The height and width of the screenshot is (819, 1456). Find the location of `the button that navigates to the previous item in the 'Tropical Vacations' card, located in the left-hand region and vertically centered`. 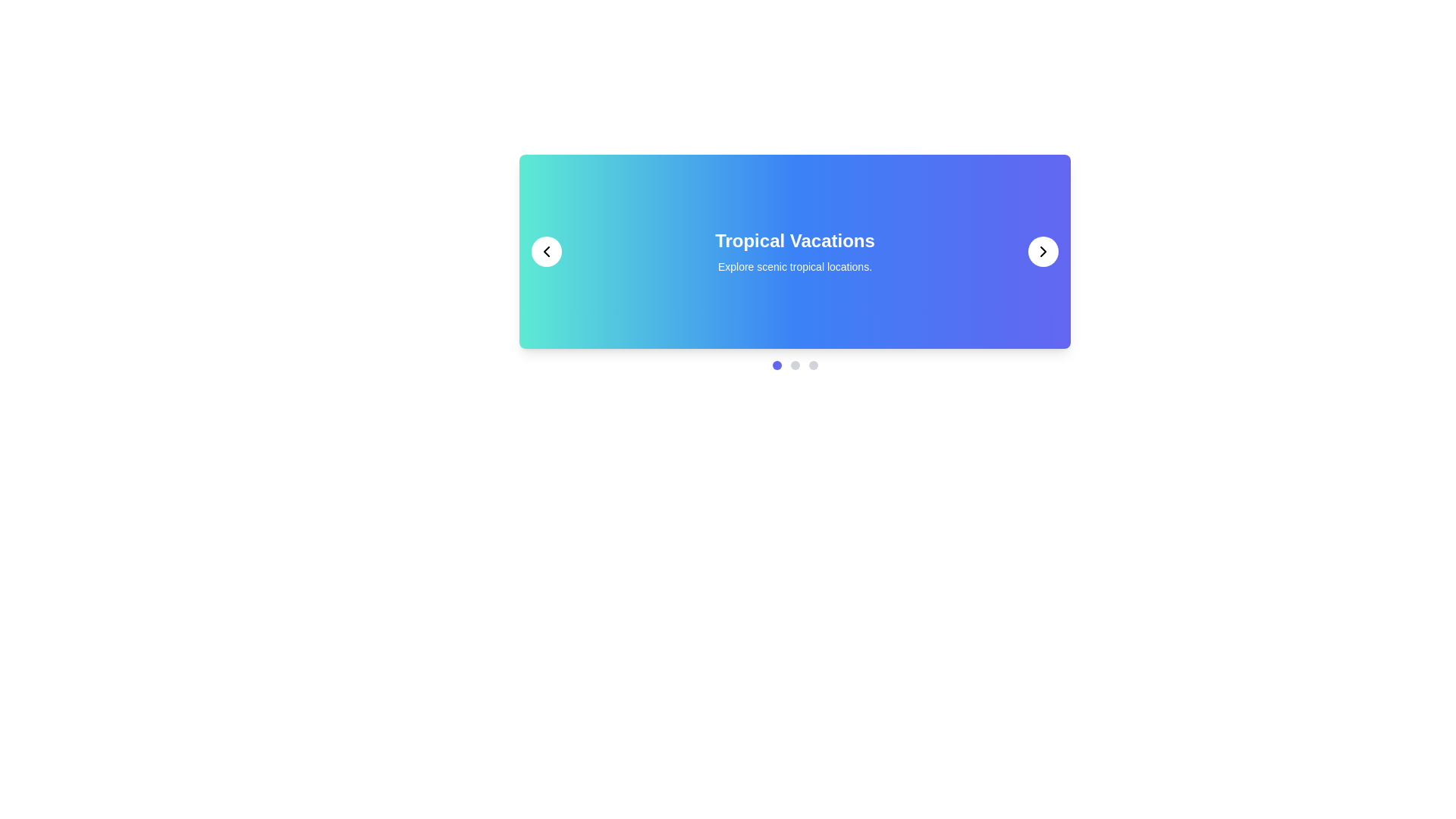

the button that navigates to the previous item in the 'Tropical Vacations' card, located in the left-hand region and vertically centered is located at coordinates (546, 250).